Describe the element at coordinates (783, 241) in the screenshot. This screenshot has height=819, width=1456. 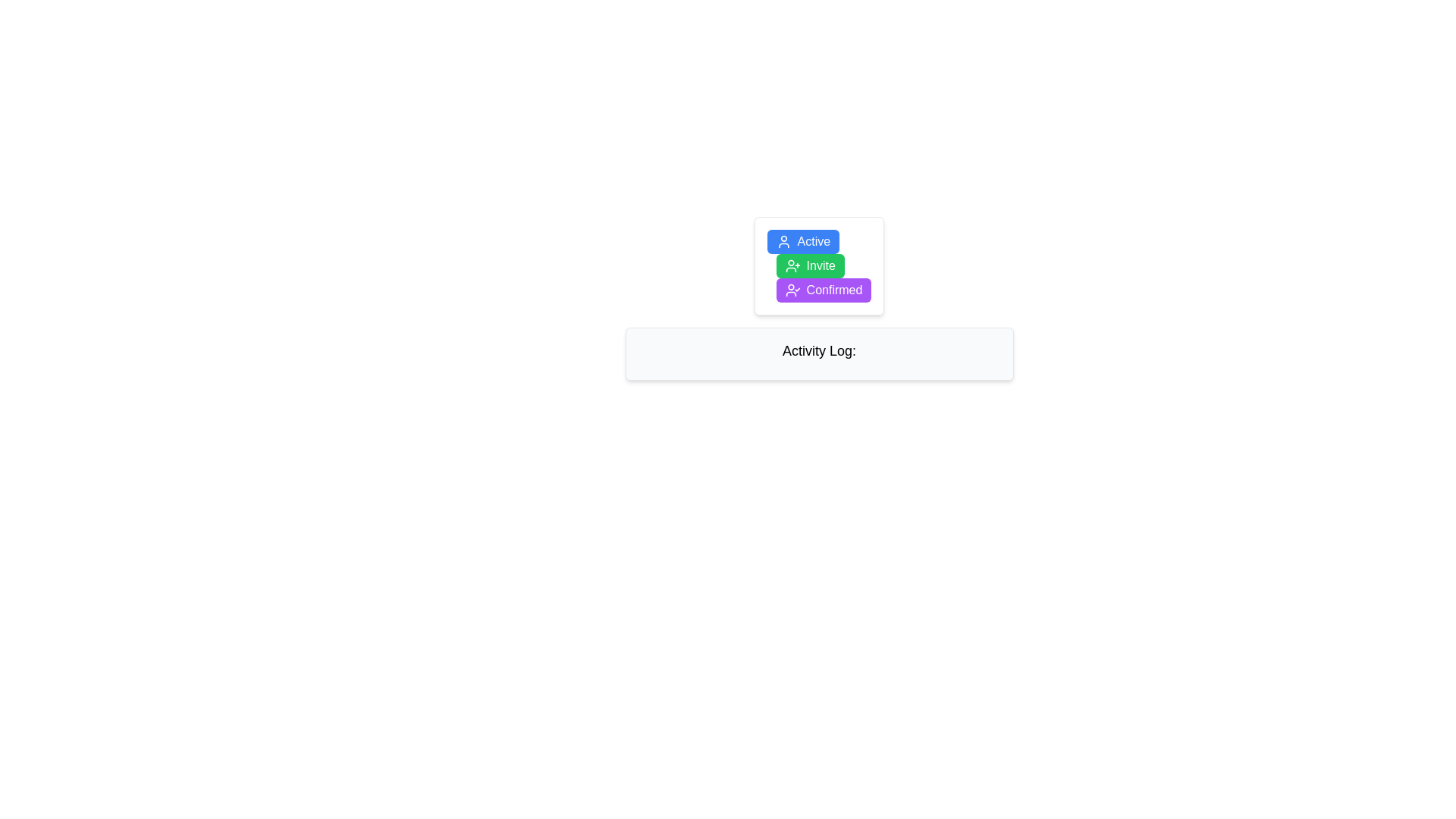
I see `the user profile silhouette icon with a blue background located within the 'Active' button at the top of the vertical stack` at that location.